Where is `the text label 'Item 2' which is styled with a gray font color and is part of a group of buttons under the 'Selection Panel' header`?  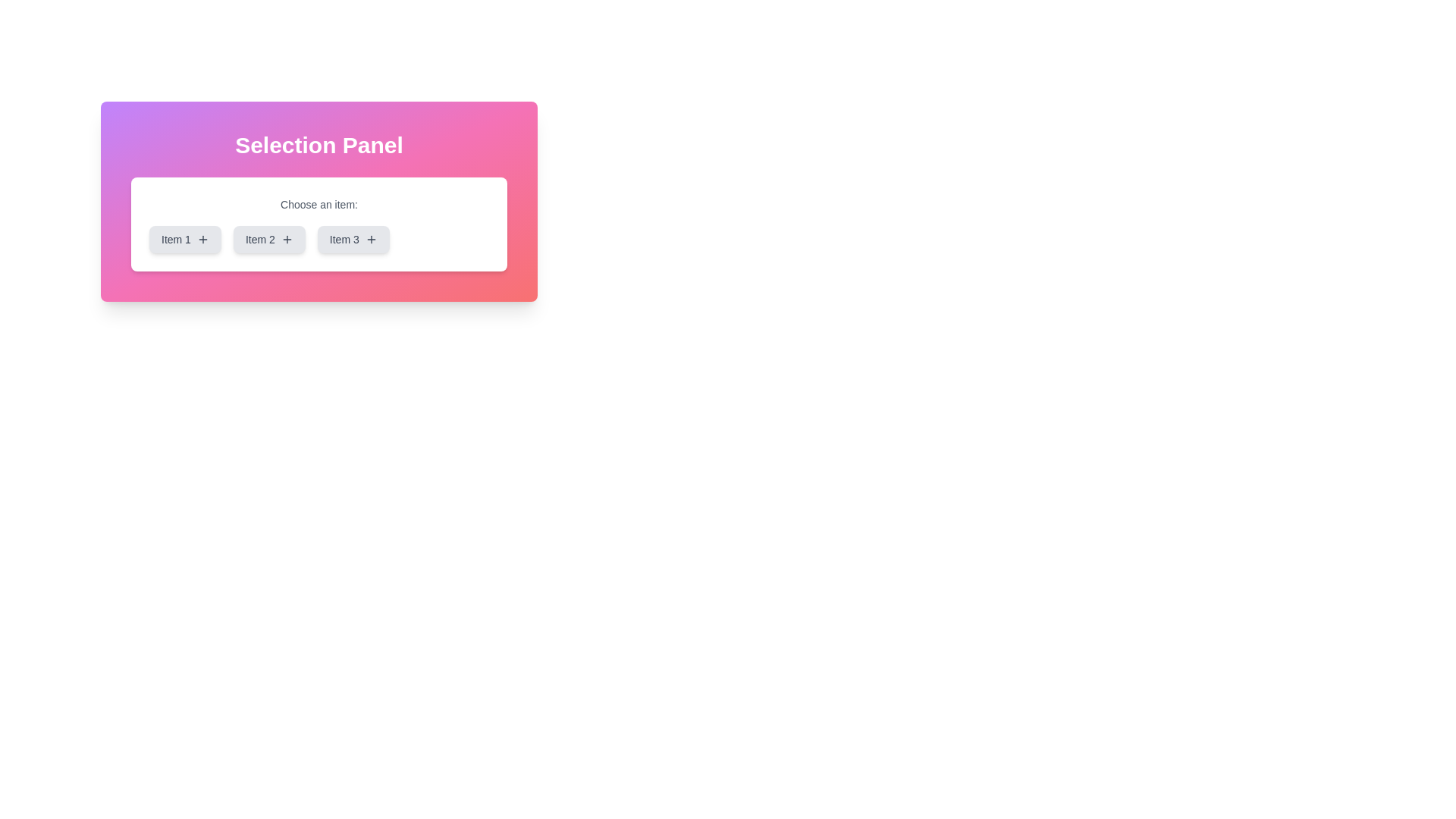
the text label 'Item 2' which is styled with a gray font color and is part of a group of buttons under the 'Selection Panel' header is located at coordinates (260, 239).